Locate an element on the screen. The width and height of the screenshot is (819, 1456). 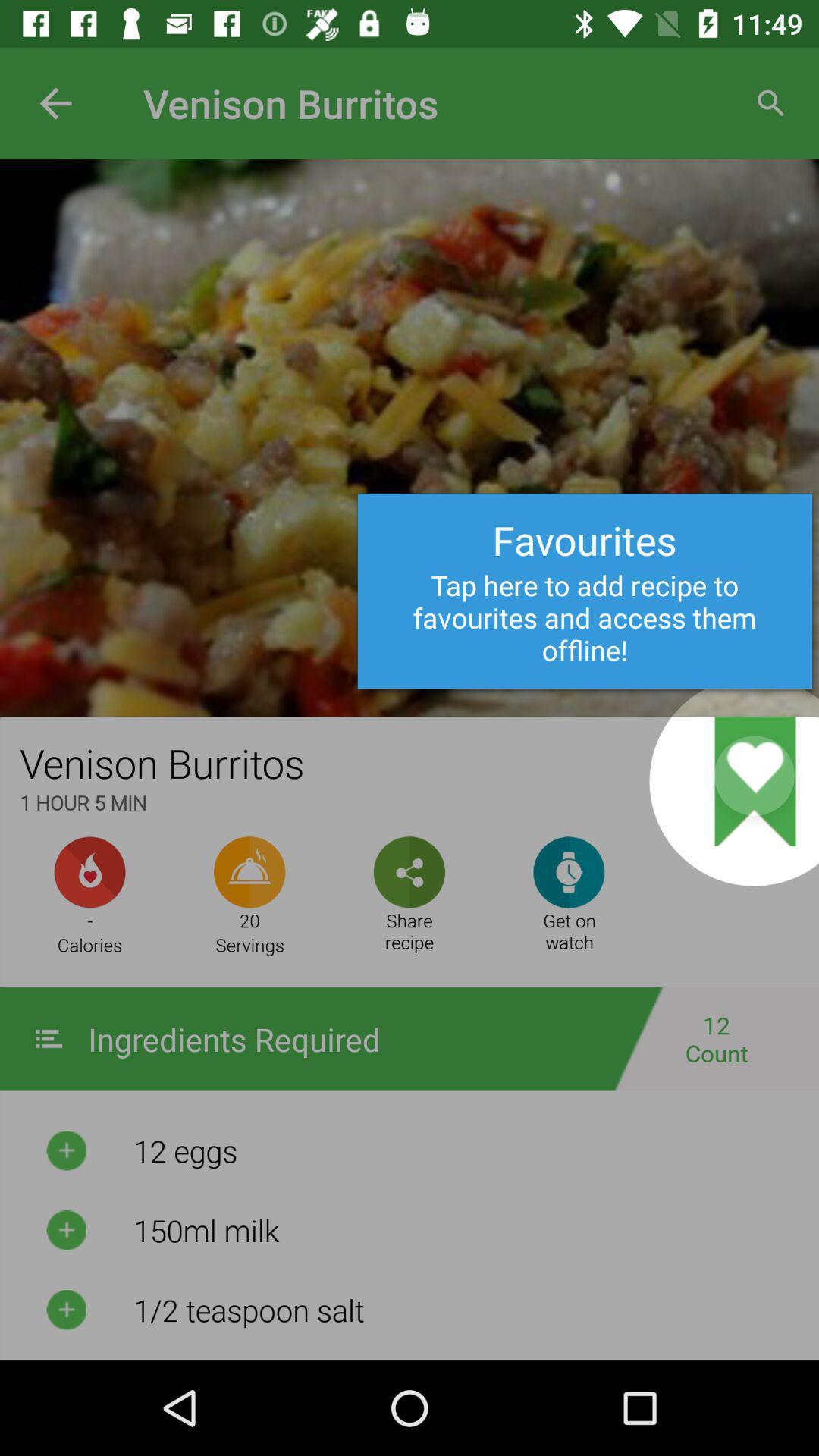
the favourites icon is located at coordinates (607, 741).